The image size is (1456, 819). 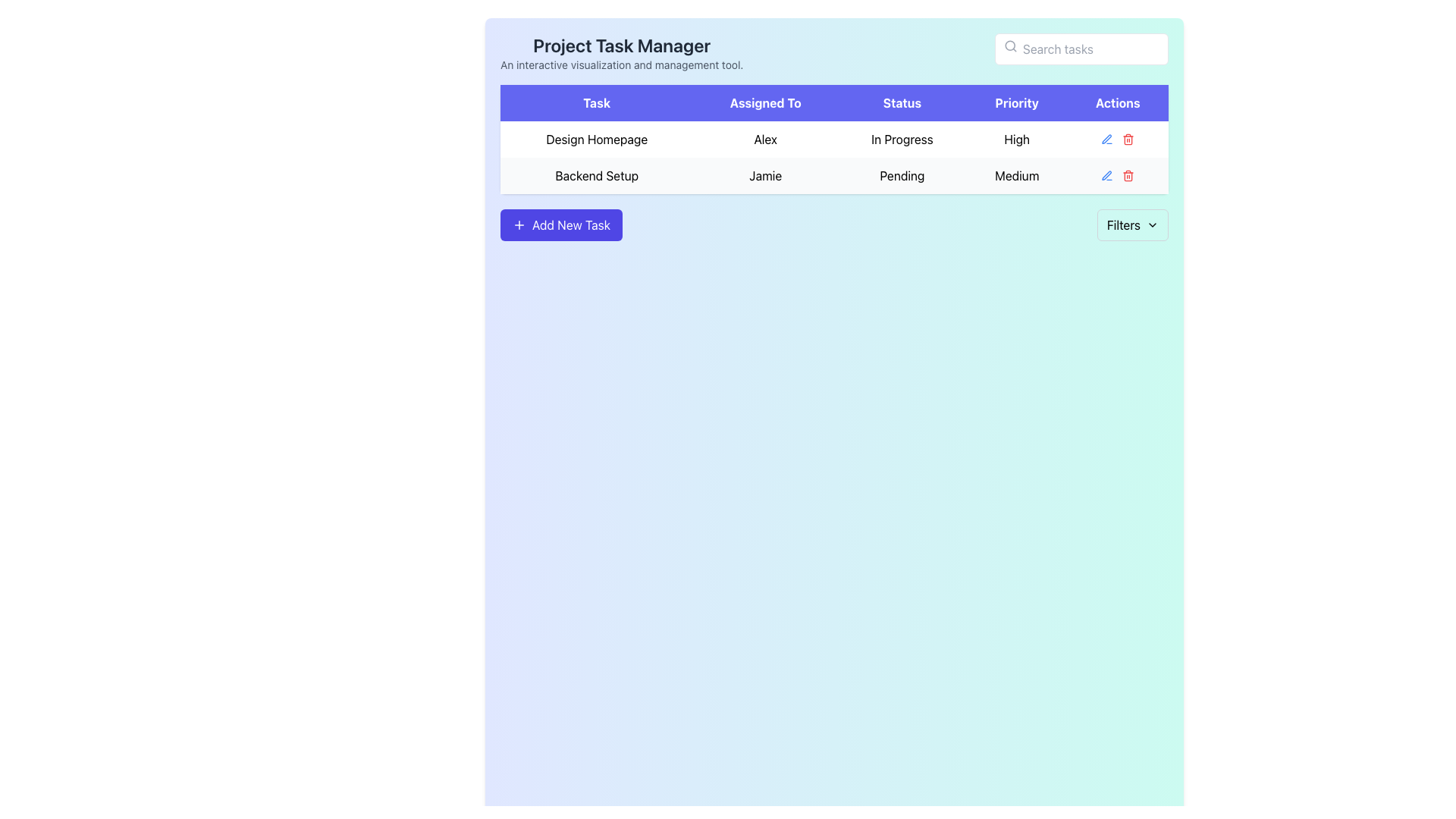 What do you see at coordinates (622, 52) in the screenshot?
I see `displayed text from the title and description Text Block located at the top center-left of the application interface, above the search box and to the left of the task table header` at bounding box center [622, 52].